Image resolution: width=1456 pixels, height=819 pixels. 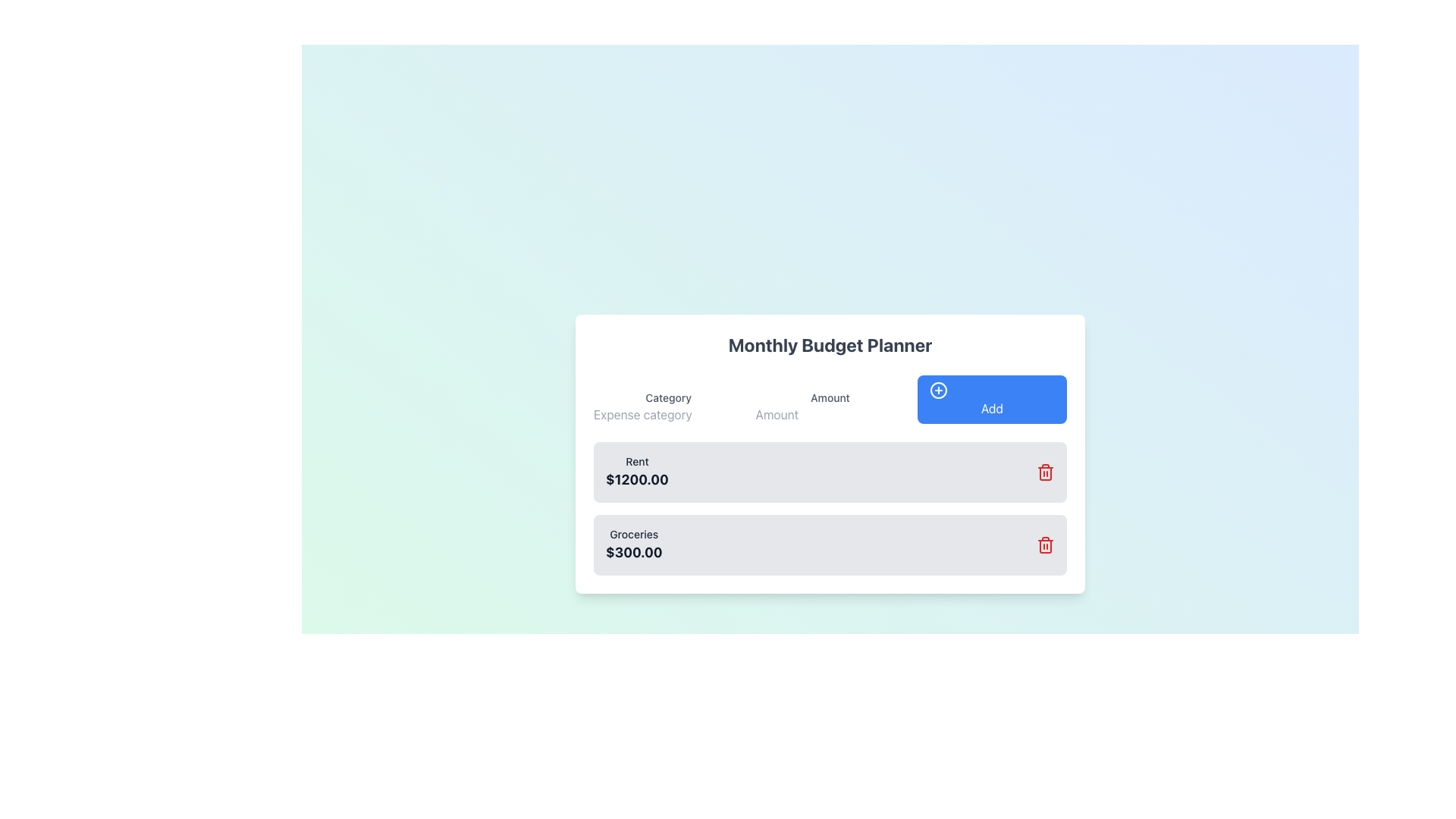 I want to click on the red trash icon located on the right side of the 'Rent $1200.00' entry in the Monthly Budget Planner to possibly see a tooltip, so click(x=1044, y=472).